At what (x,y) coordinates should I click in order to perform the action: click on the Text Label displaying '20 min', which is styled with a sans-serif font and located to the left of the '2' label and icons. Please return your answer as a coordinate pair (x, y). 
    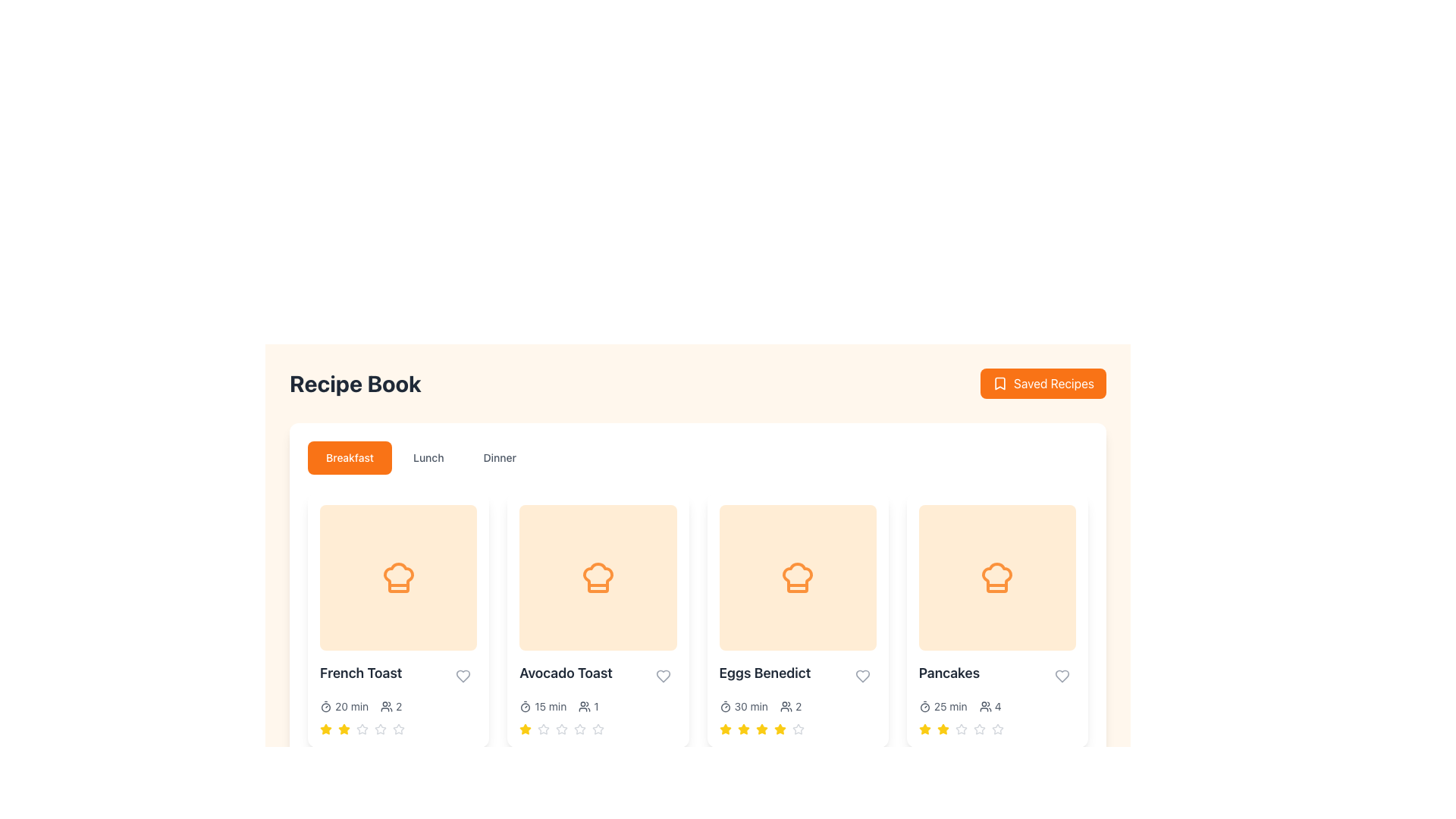
    Looking at the image, I should click on (344, 707).